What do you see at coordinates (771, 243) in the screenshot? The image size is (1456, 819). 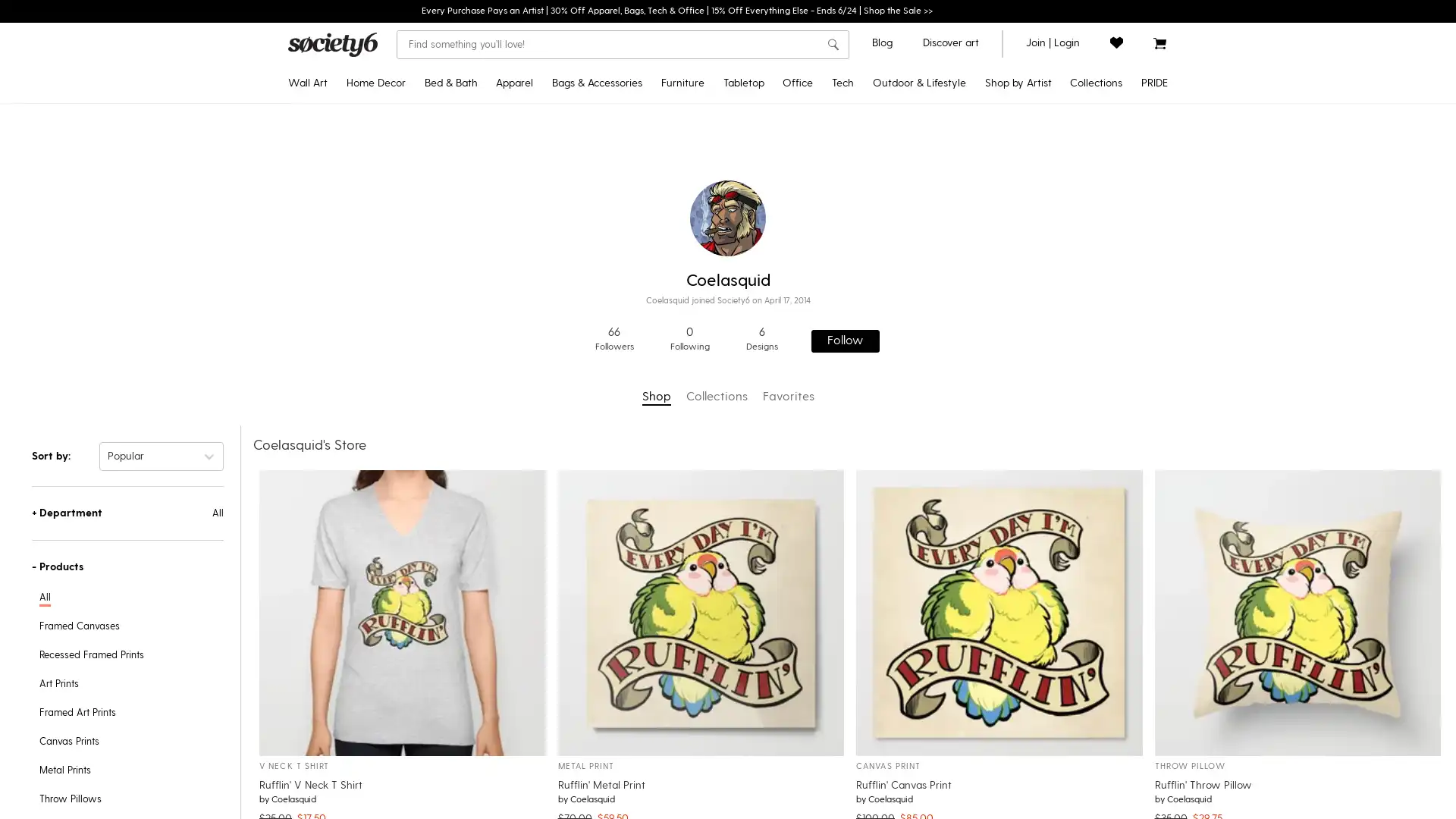 I see `Coasters` at bounding box center [771, 243].